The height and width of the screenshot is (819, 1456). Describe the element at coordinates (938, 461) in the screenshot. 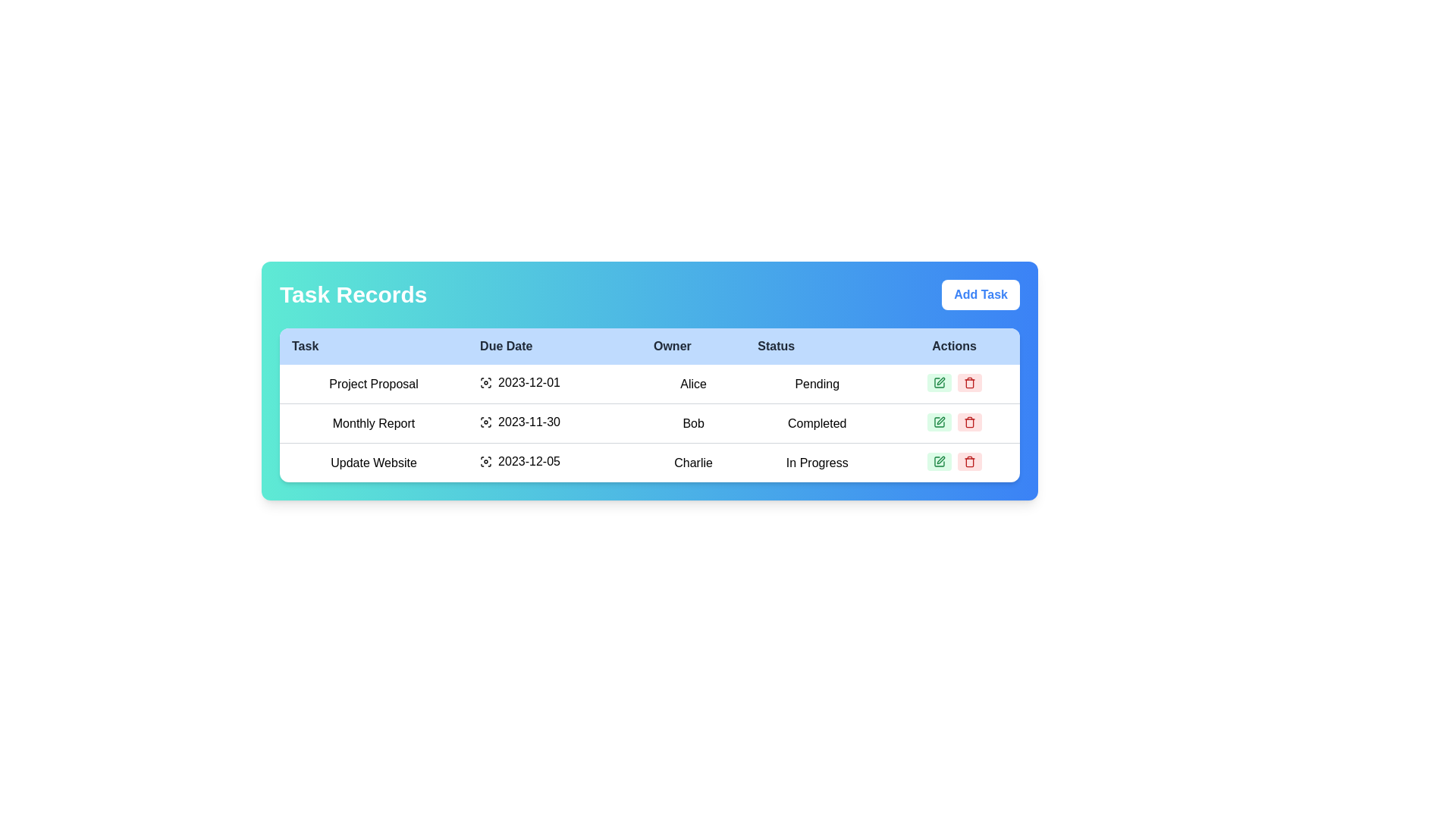

I see `the green pen icon button located in the 'Actions' column of the last row in the 'Task Records' table` at that location.